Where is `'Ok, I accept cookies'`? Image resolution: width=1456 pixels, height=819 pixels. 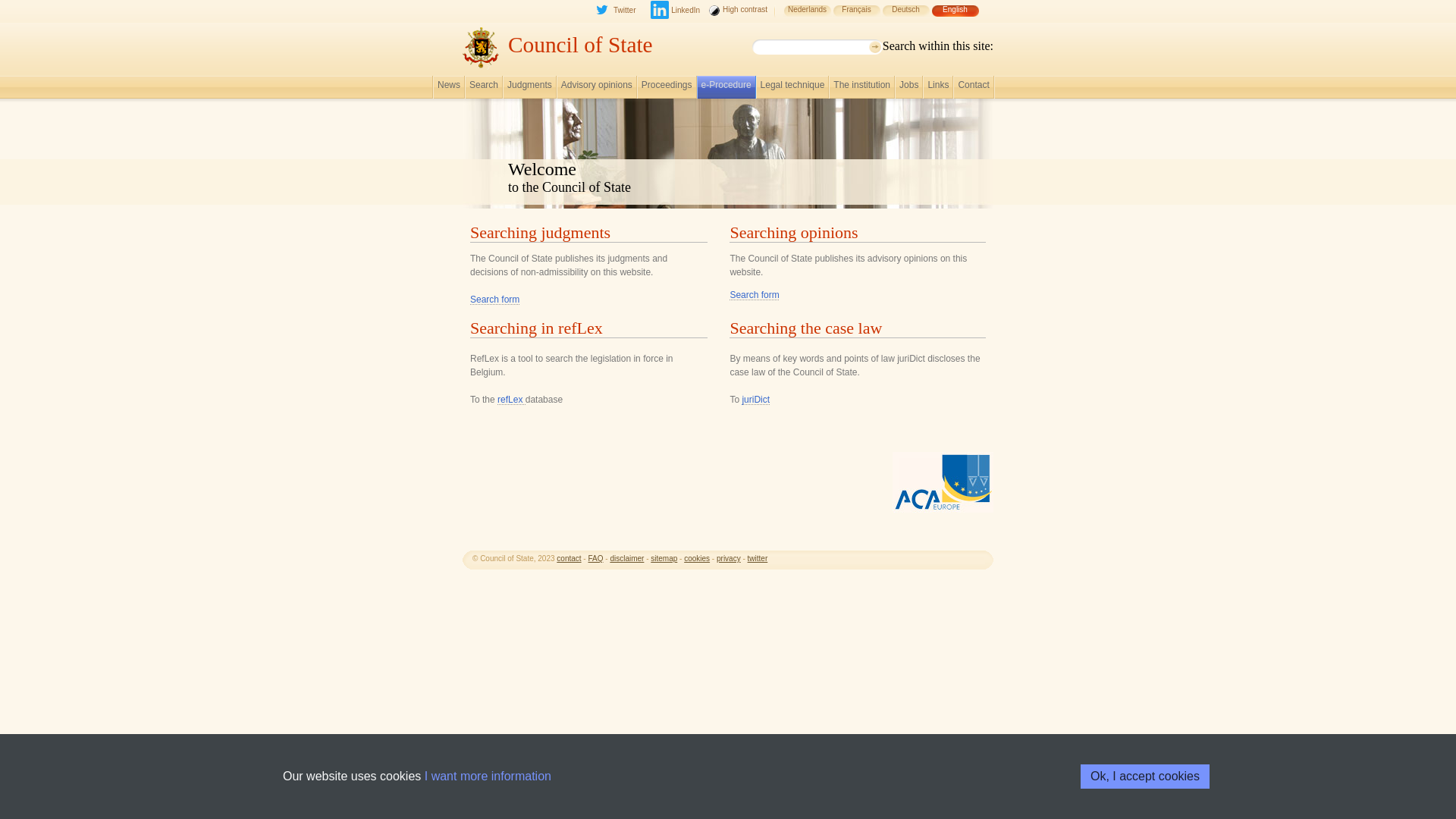 'Ok, I accept cookies' is located at coordinates (1080, 776).